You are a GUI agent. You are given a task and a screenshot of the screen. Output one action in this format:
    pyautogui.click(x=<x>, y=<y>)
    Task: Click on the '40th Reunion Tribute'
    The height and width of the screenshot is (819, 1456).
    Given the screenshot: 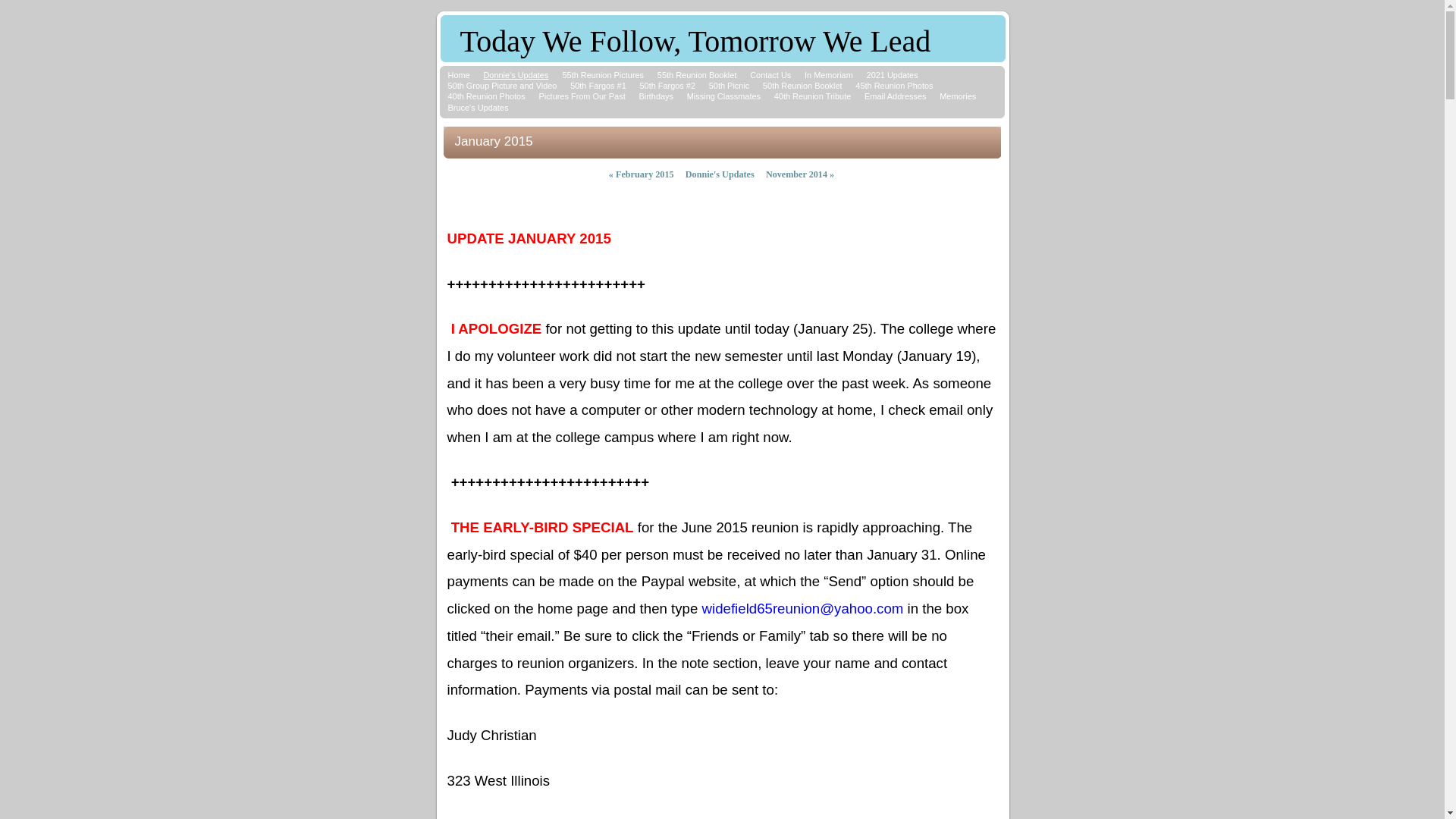 What is the action you would take?
    pyautogui.click(x=811, y=96)
    